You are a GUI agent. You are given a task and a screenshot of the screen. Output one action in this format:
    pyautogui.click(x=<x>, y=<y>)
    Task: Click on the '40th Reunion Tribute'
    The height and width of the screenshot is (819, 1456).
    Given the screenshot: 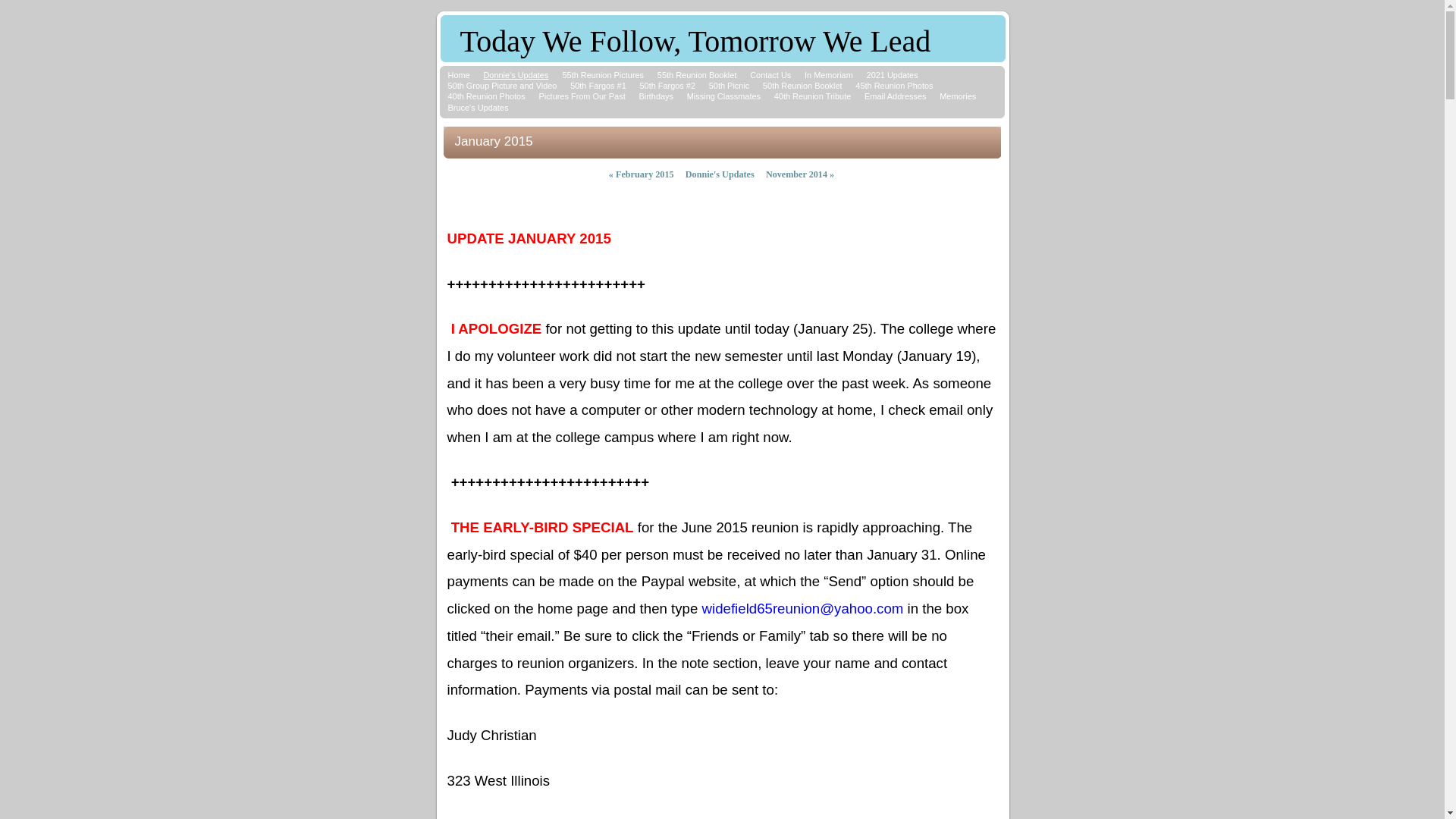 What is the action you would take?
    pyautogui.click(x=811, y=96)
    